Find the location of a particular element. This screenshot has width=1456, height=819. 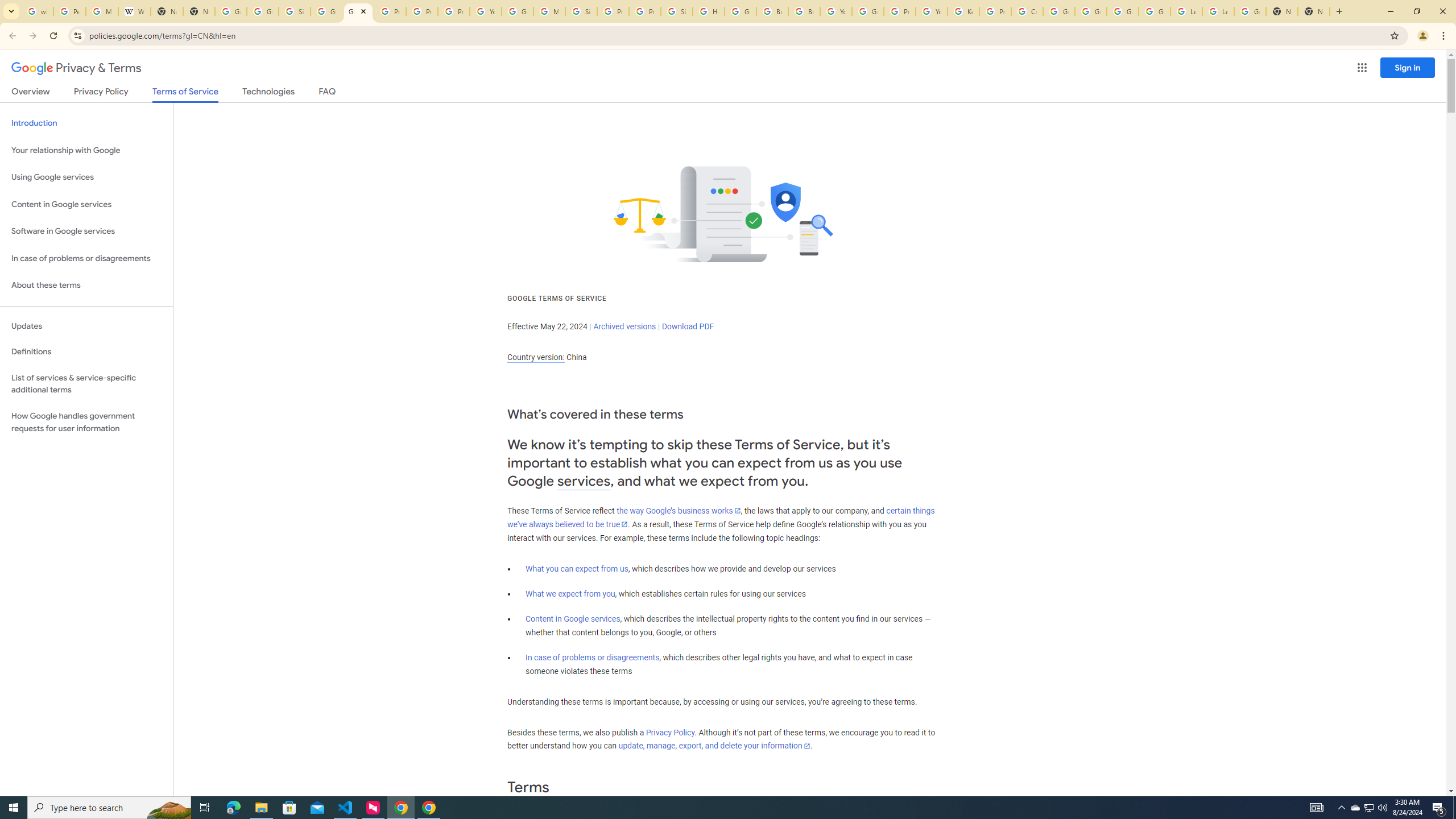

'Software in Google services' is located at coordinates (86, 230).